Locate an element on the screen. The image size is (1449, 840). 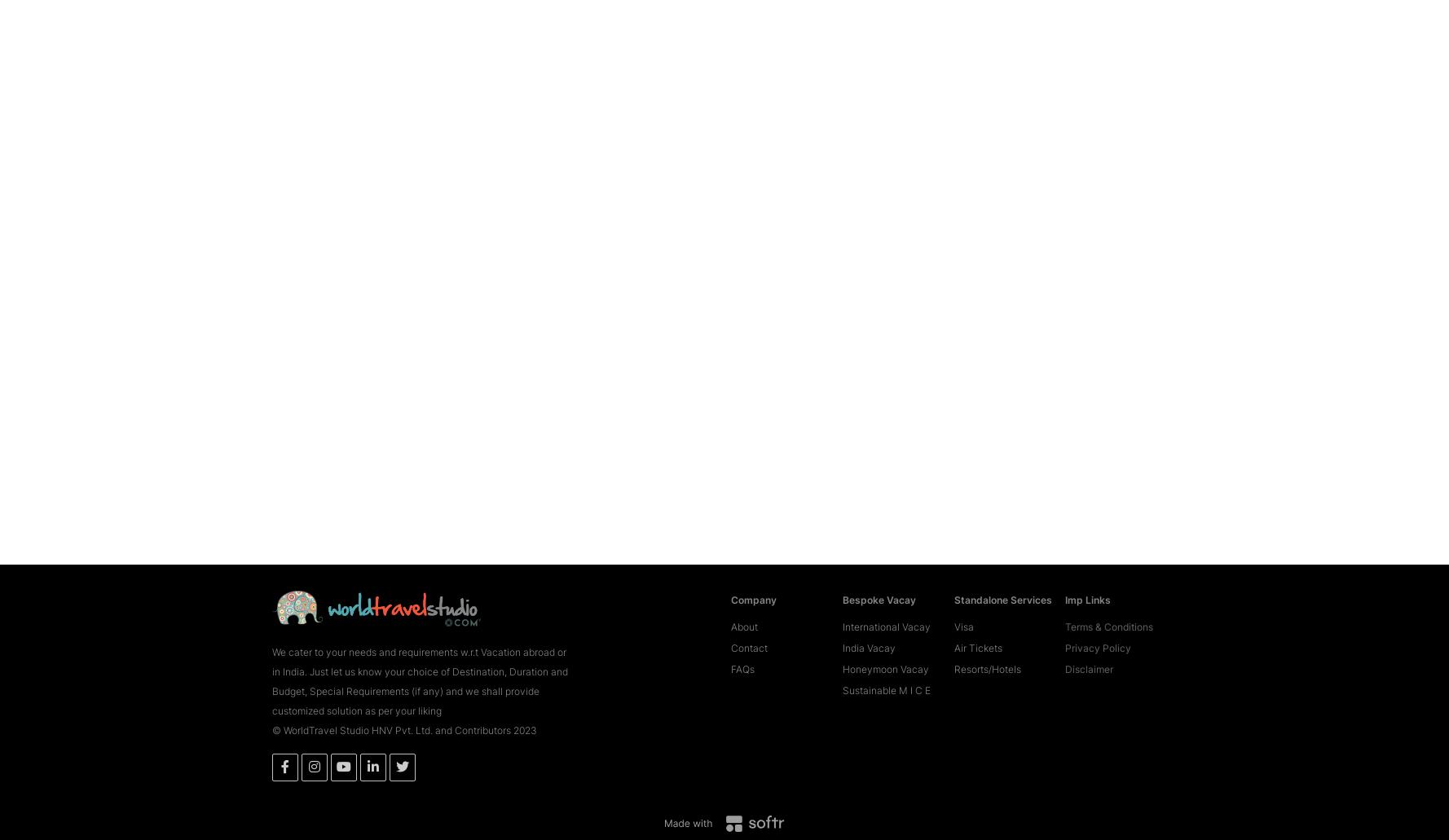
'Standalone Services' is located at coordinates (953, 575).